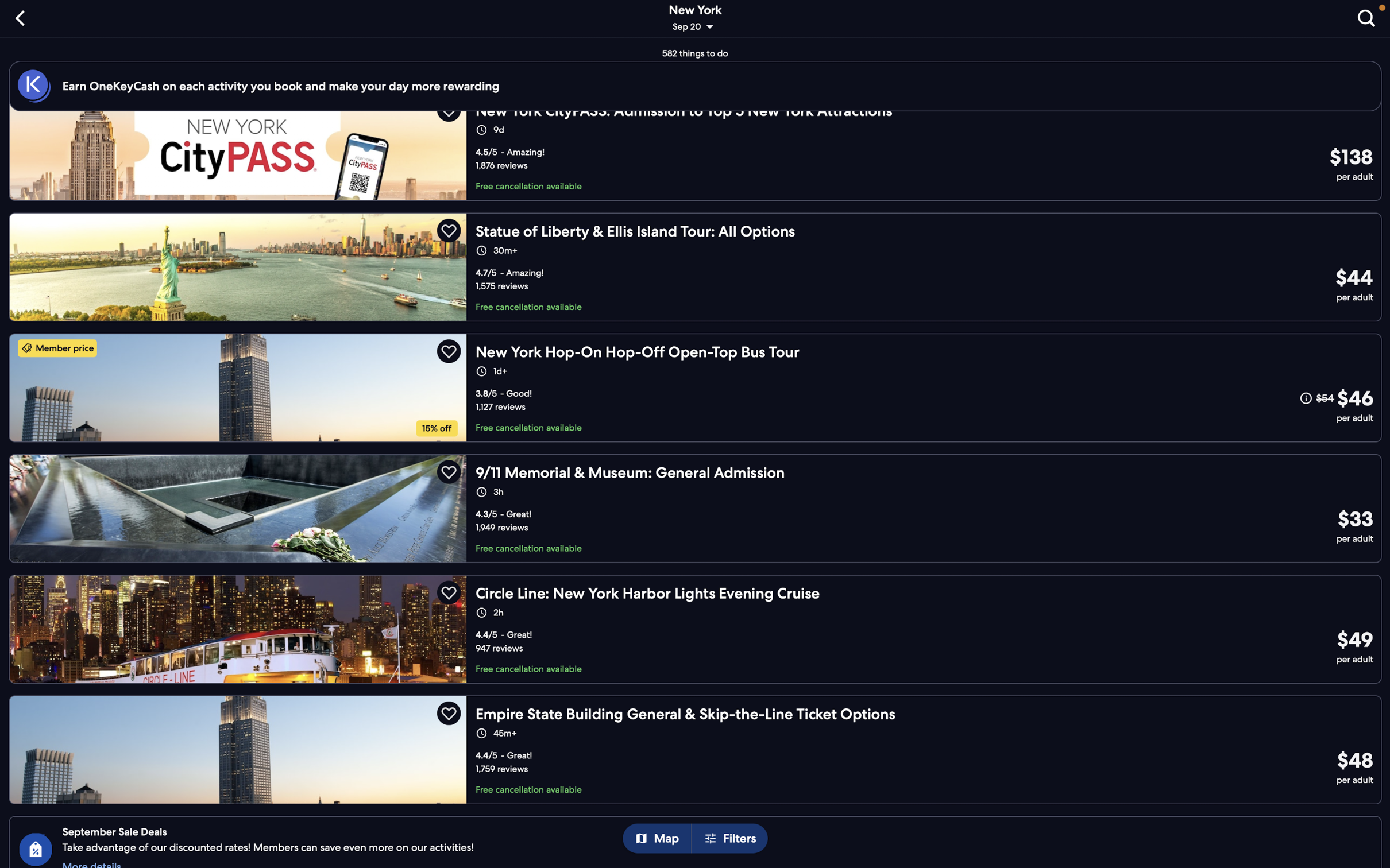  Describe the element at coordinates (696, 265) in the screenshot. I see `"statue of liberty tour" in your sightseeing list` at that location.